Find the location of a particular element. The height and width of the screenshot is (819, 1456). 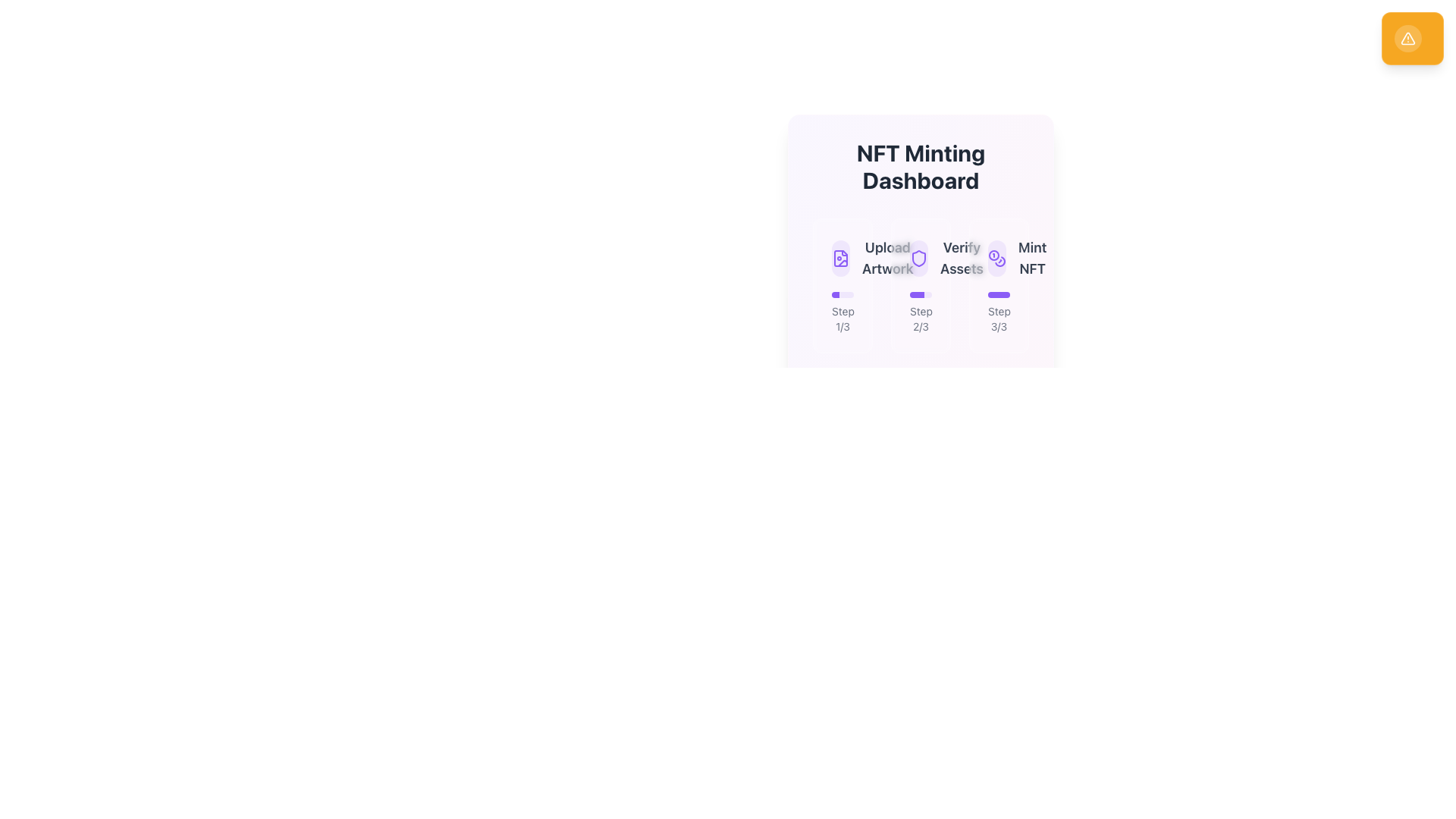

the Informational Card labeled 'Verify Assets' which features a violet-themed shield icon and is positioned in the center of a grid layout is located at coordinates (920, 286).